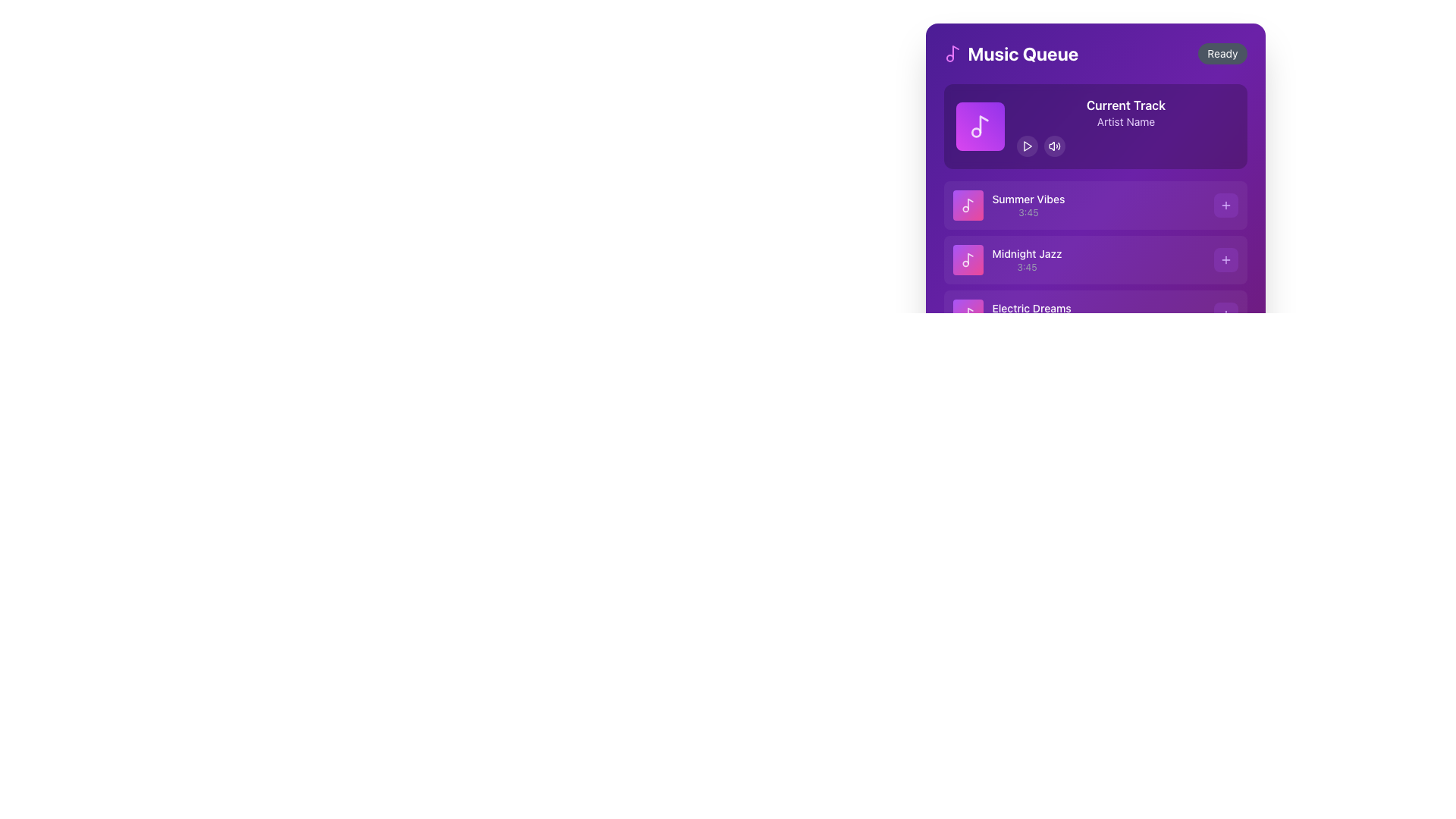 This screenshot has width=1456, height=819. Describe the element at coordinates (1027, 259) in the screenshot. I see `the Text Block displaying the name and duration of the song in the music queue, located between 'Summer Vibes' and 'Electric Dreams'` at that location.